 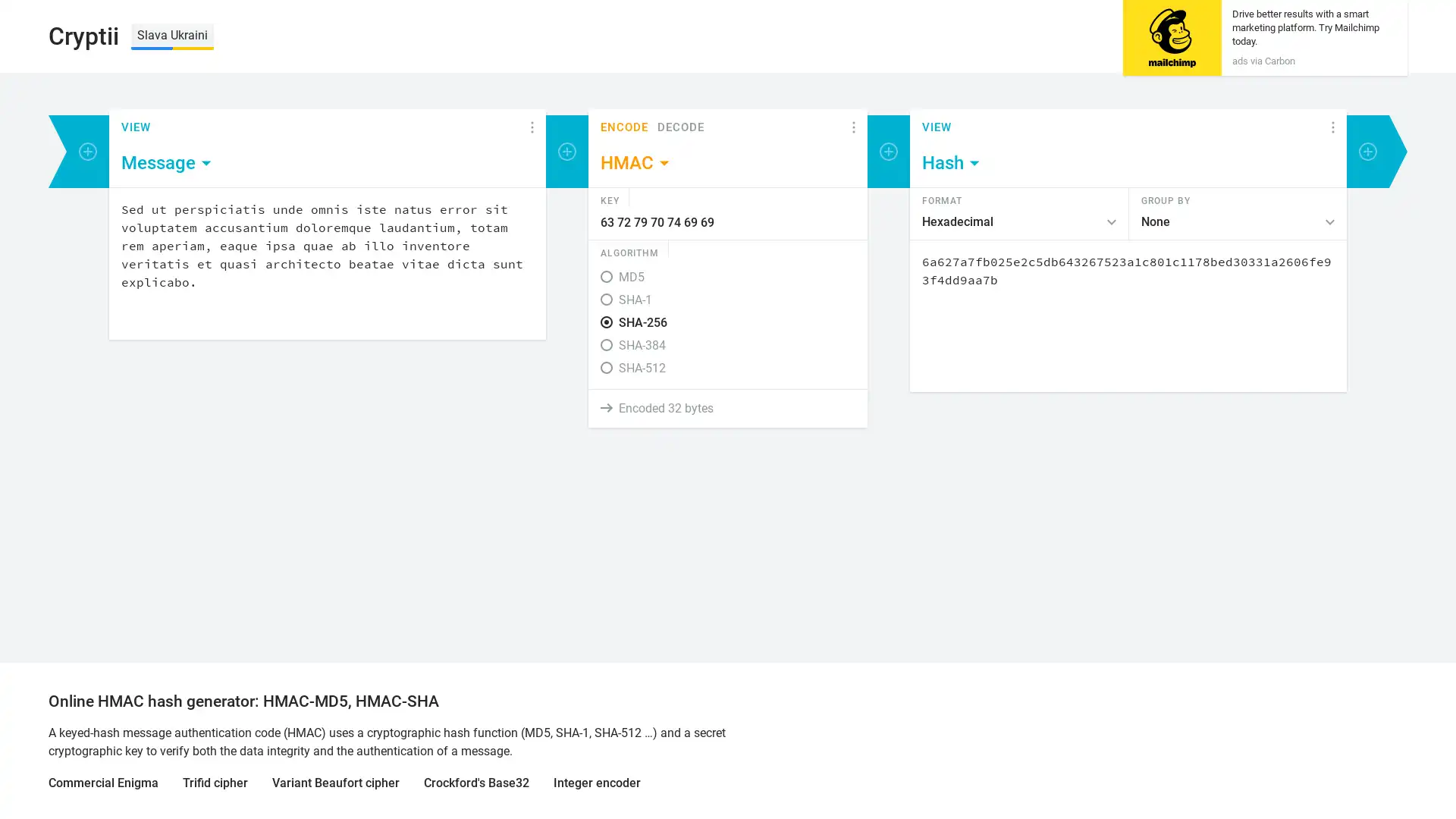 What do you see at coordinates (566, 152) in the screenshot?
I see `Add encoder or viewer` at bounding box center [566, 152].